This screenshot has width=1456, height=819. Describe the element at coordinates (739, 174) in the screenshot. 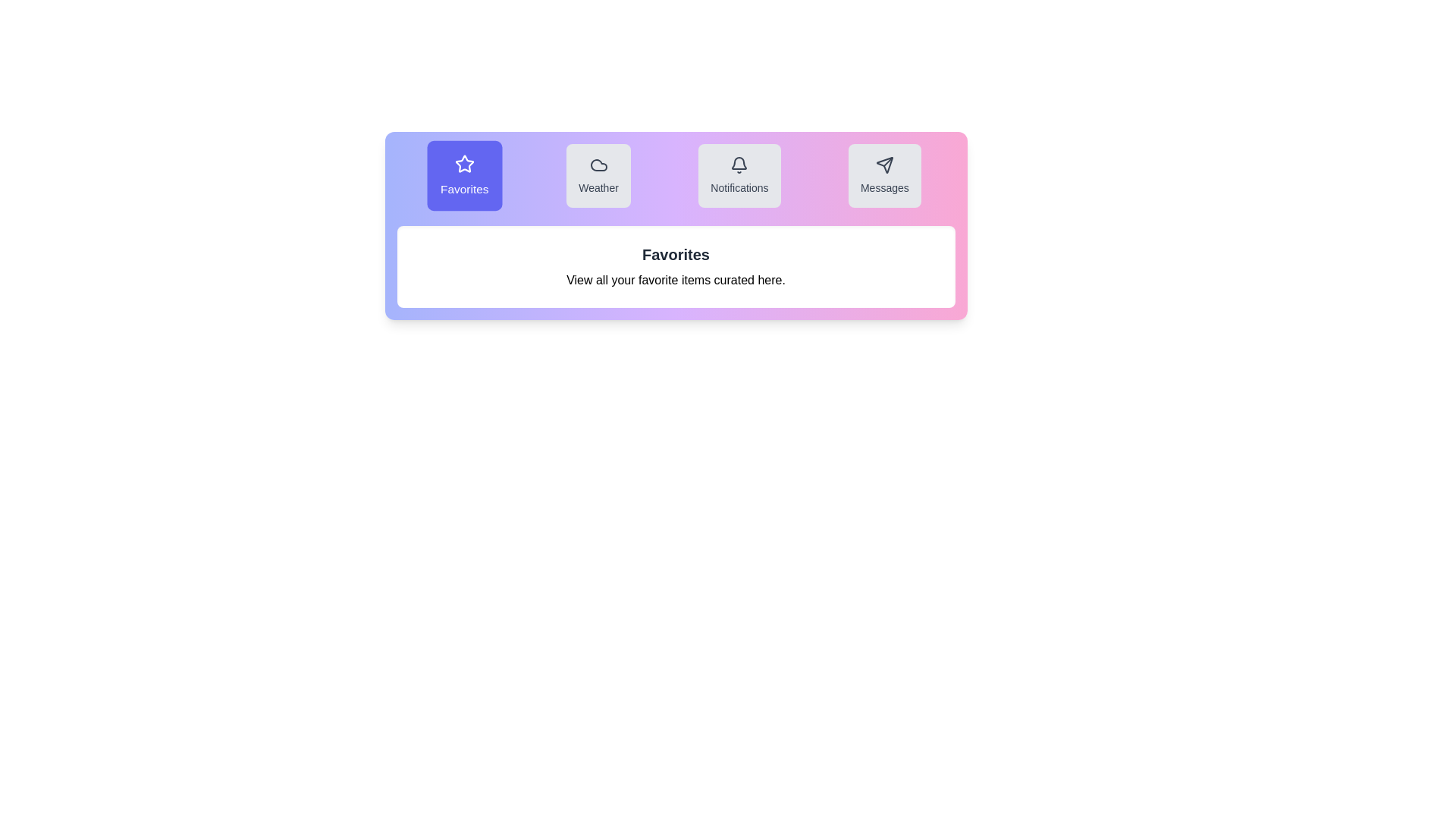

I see `the tab corresponding to Notifications to highlight it` at that location.